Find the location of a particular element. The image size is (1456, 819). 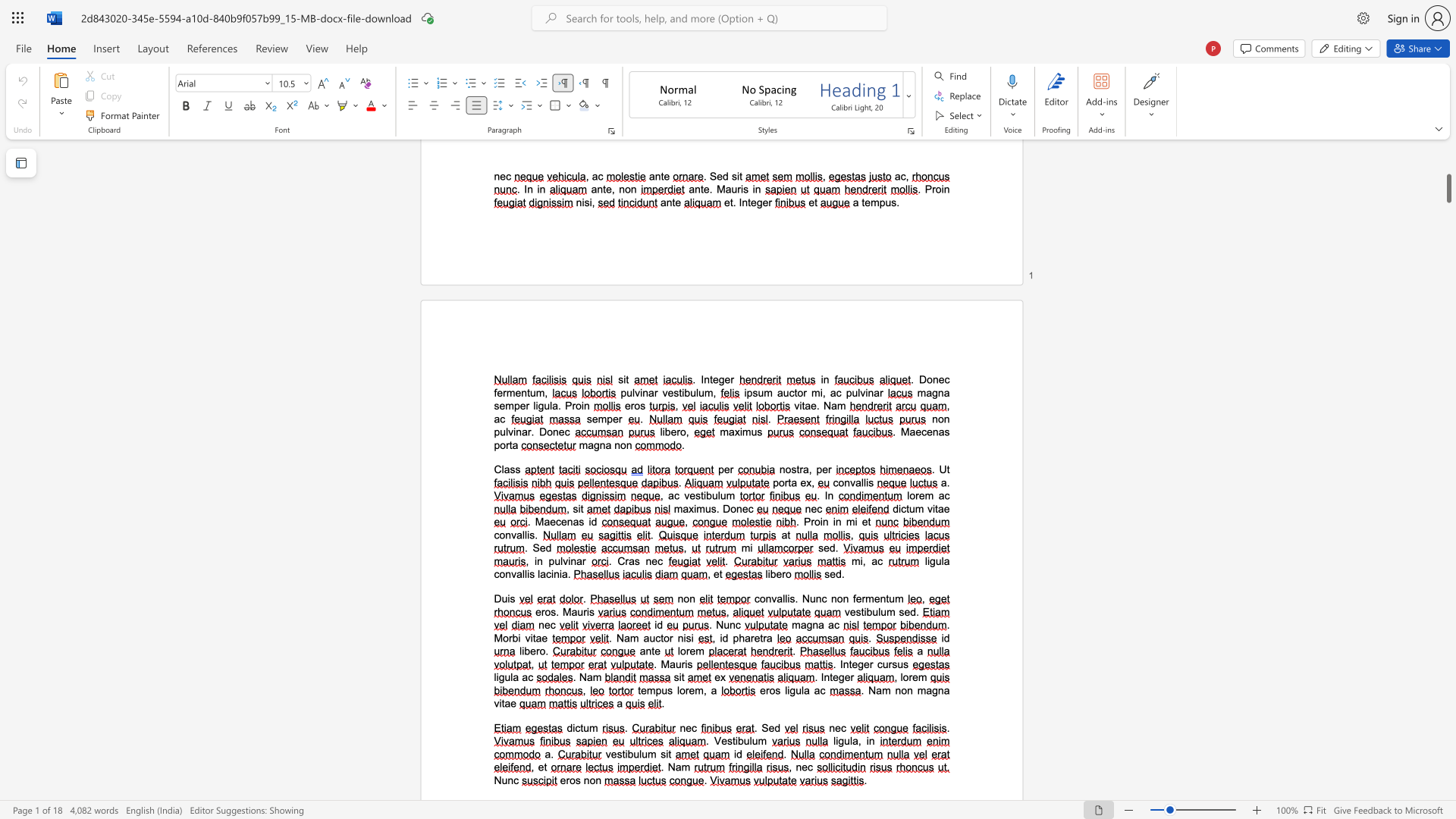

the 1th character "d" in the text is located at coordinates (912, 610).